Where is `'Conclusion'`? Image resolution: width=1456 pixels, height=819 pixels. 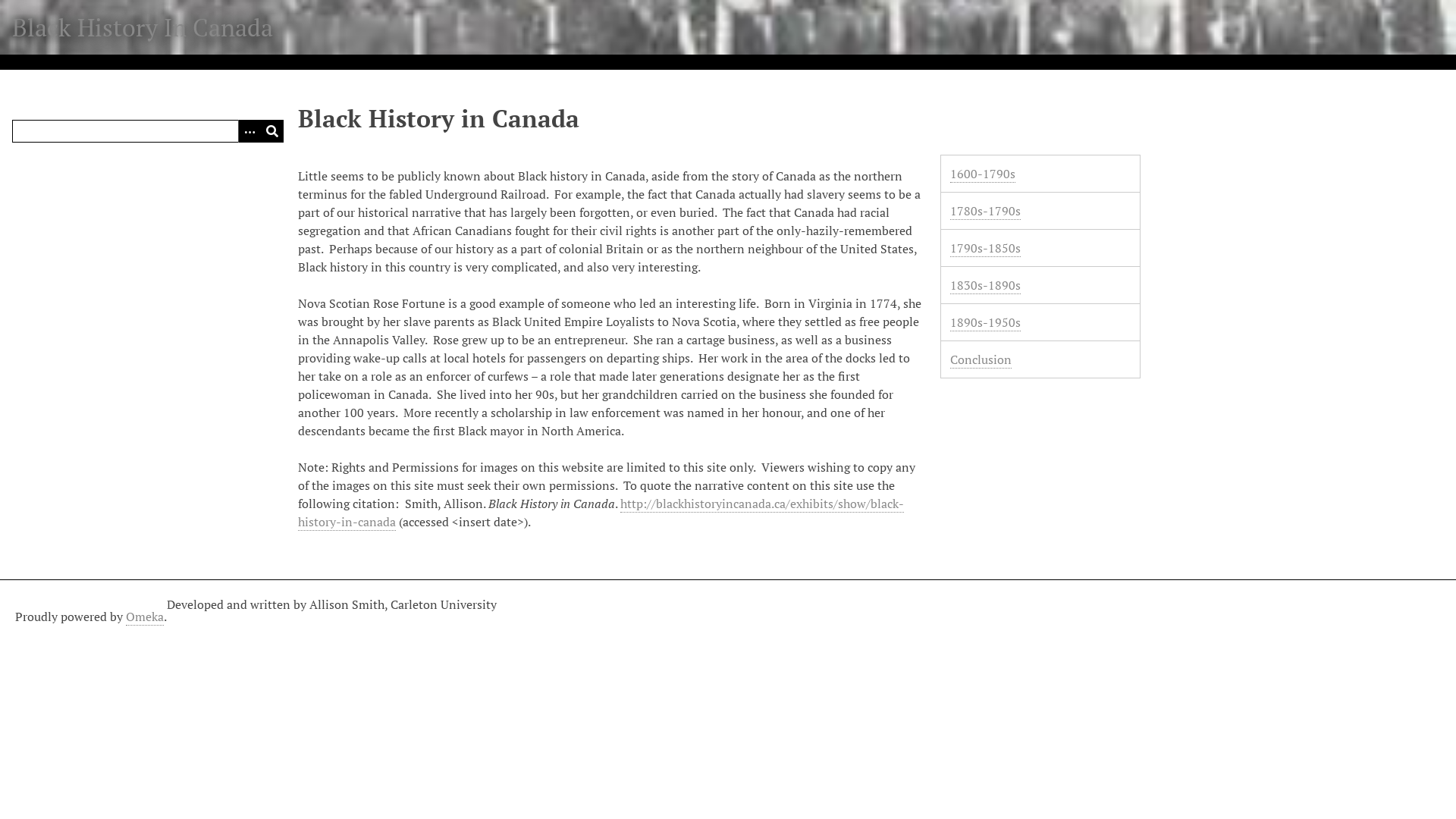 'Conclusion' is located at coordinates (981, 359).